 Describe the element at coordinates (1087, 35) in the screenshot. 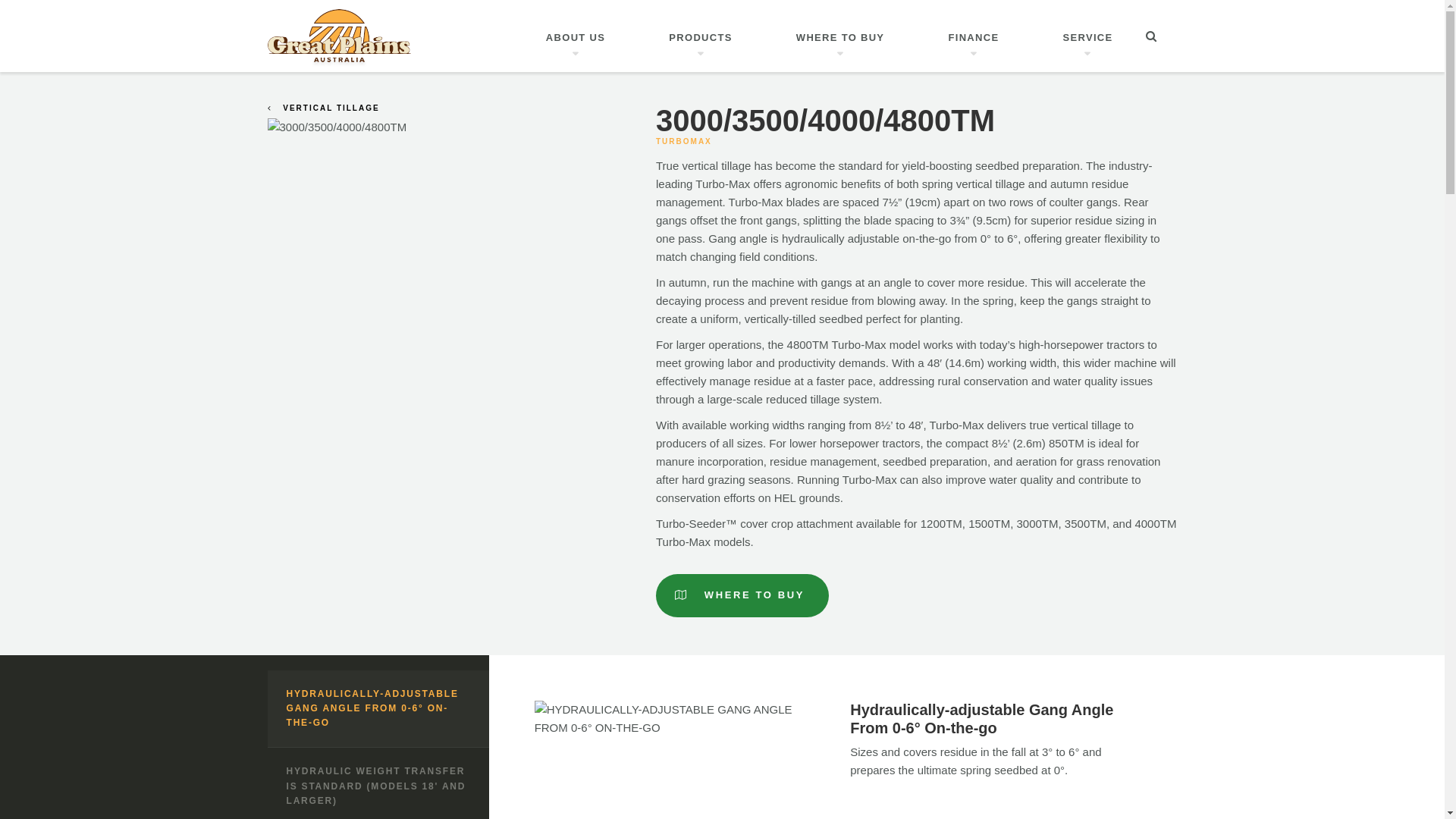

I see `'SERVICE'` at that location.